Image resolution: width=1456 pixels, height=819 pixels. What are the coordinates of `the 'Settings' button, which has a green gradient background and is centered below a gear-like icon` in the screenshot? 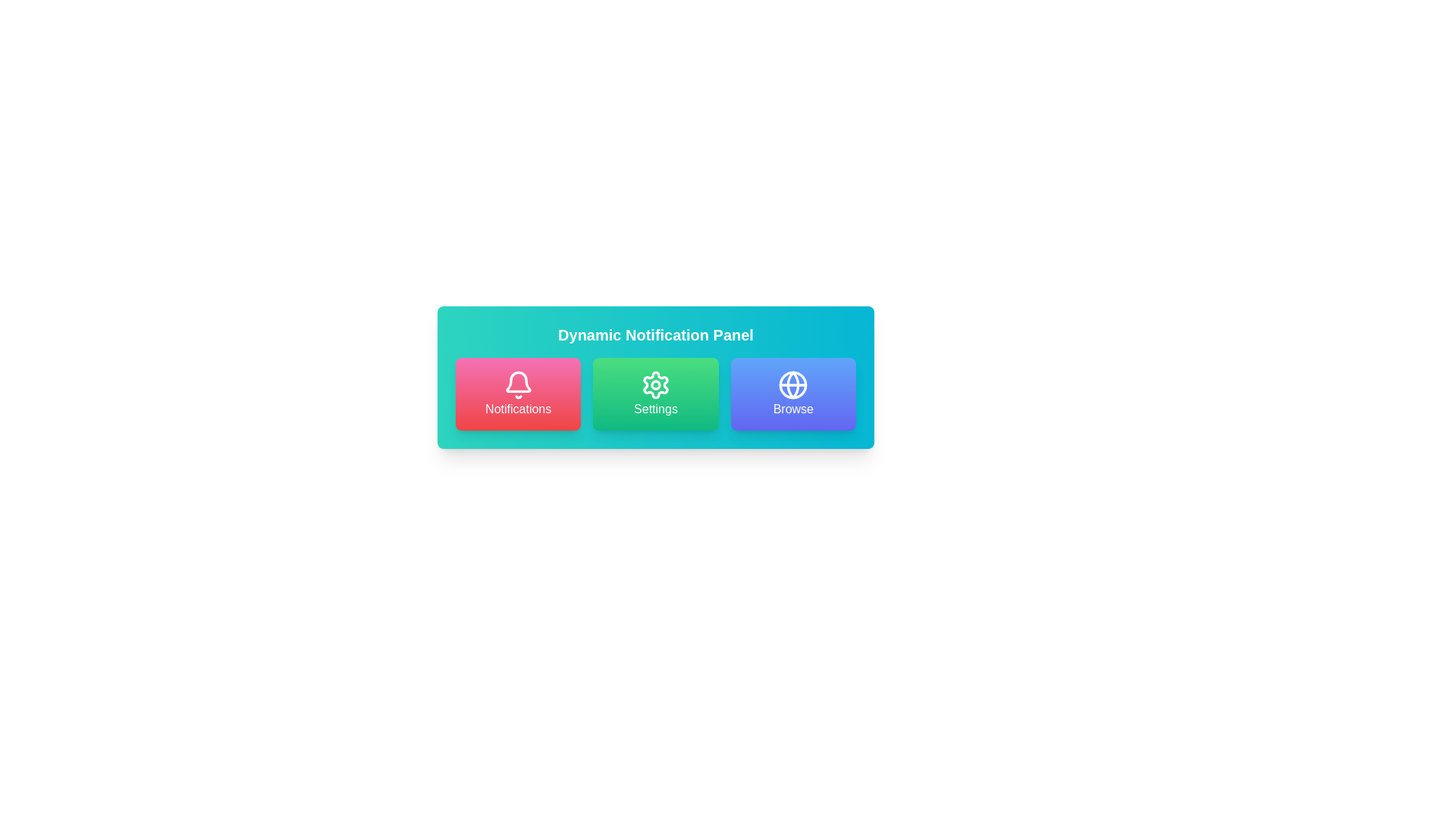 It's located at (655, 394).